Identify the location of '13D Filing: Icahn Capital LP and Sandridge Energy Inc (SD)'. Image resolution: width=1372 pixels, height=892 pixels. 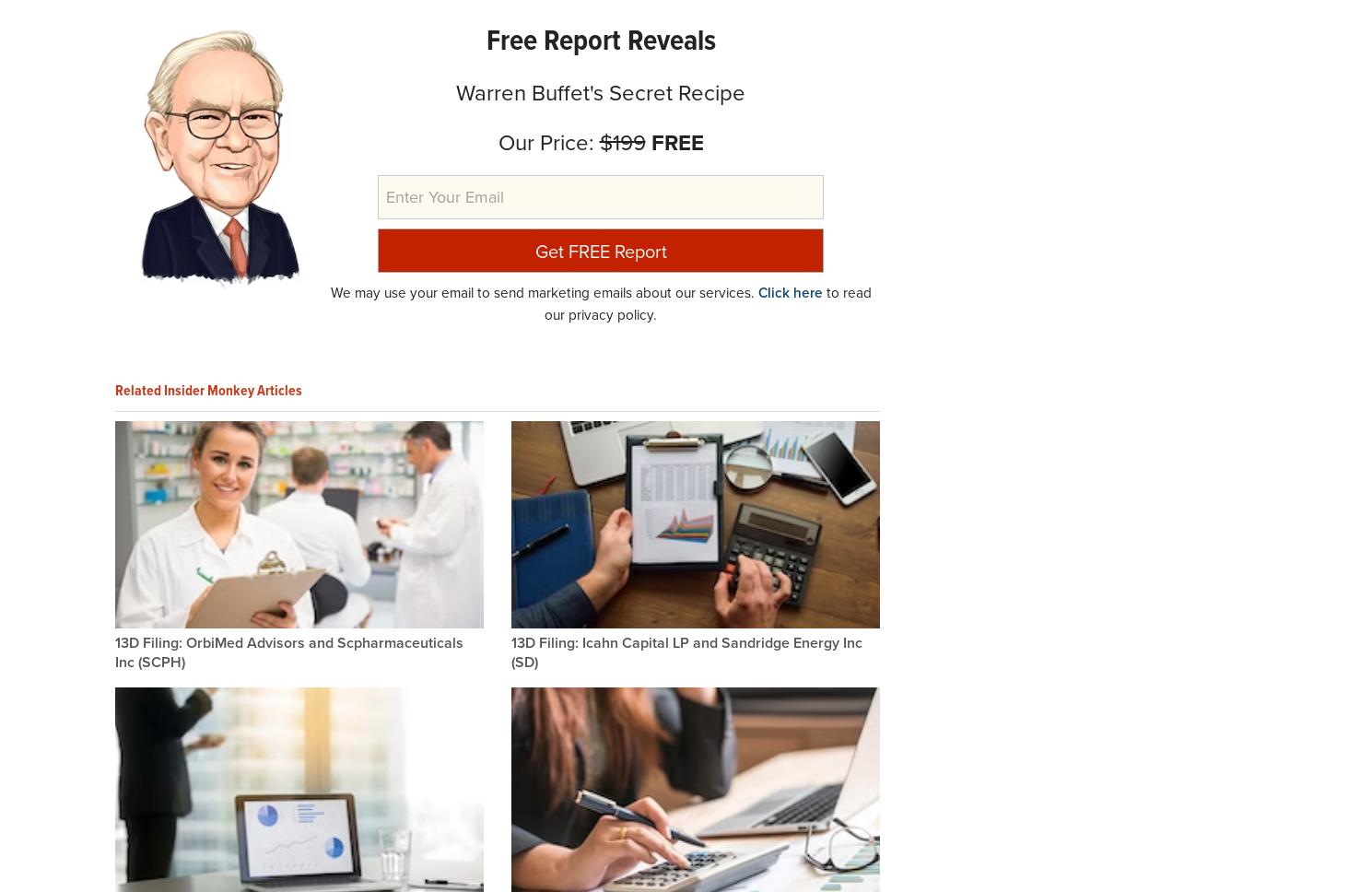
(685, 651).